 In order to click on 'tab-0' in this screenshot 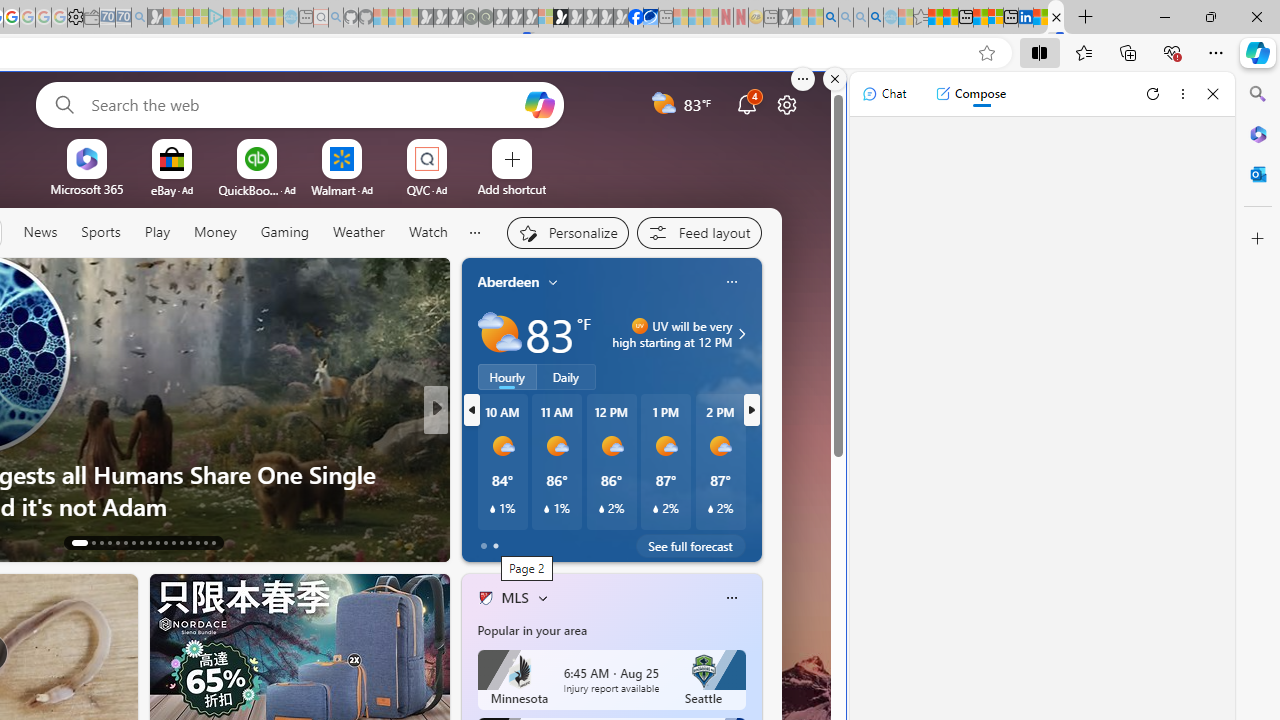, I will do `click(483, 546)`.